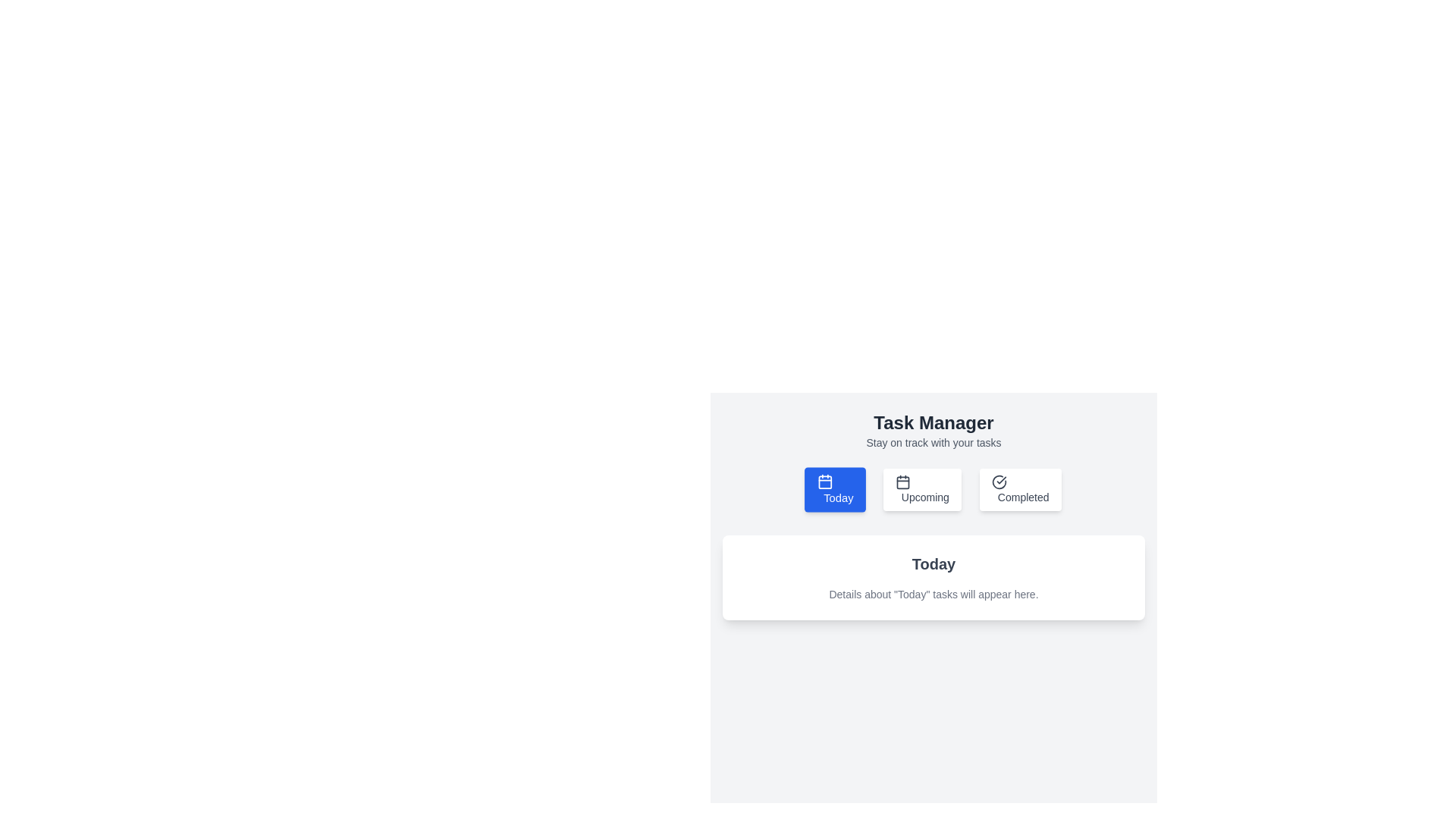 This screenshot has height=819, width=1456. What do you see at coordinates (933, 593) in the screenshot?
I see `text 'Details about "Today" tasks will appear here.' located below the 'Today' header in a small gray font within a white box` at bounding box center [933, 593].